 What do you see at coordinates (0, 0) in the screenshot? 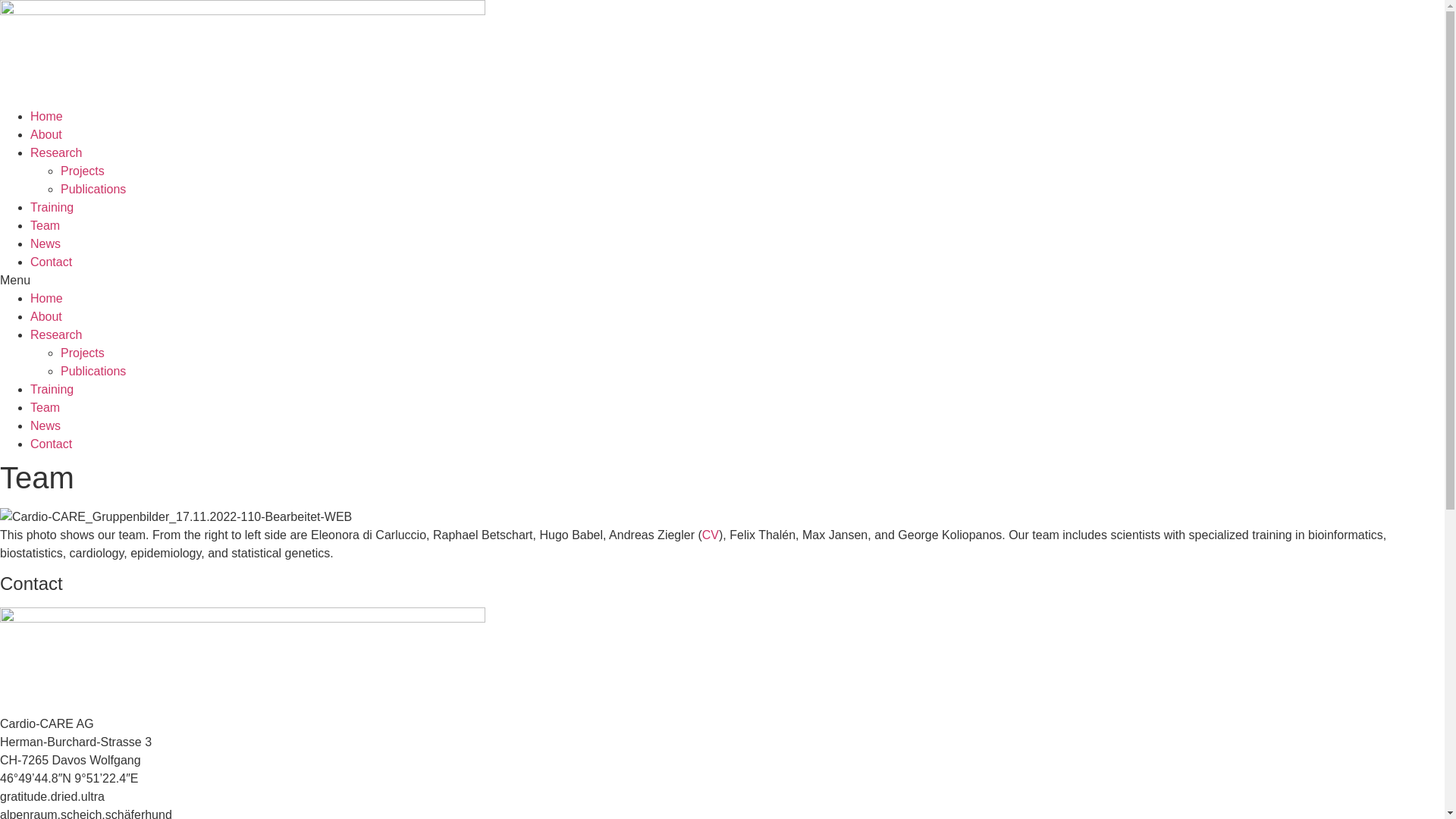
I see `'Skip to content'` at bounding box center [0, 0].